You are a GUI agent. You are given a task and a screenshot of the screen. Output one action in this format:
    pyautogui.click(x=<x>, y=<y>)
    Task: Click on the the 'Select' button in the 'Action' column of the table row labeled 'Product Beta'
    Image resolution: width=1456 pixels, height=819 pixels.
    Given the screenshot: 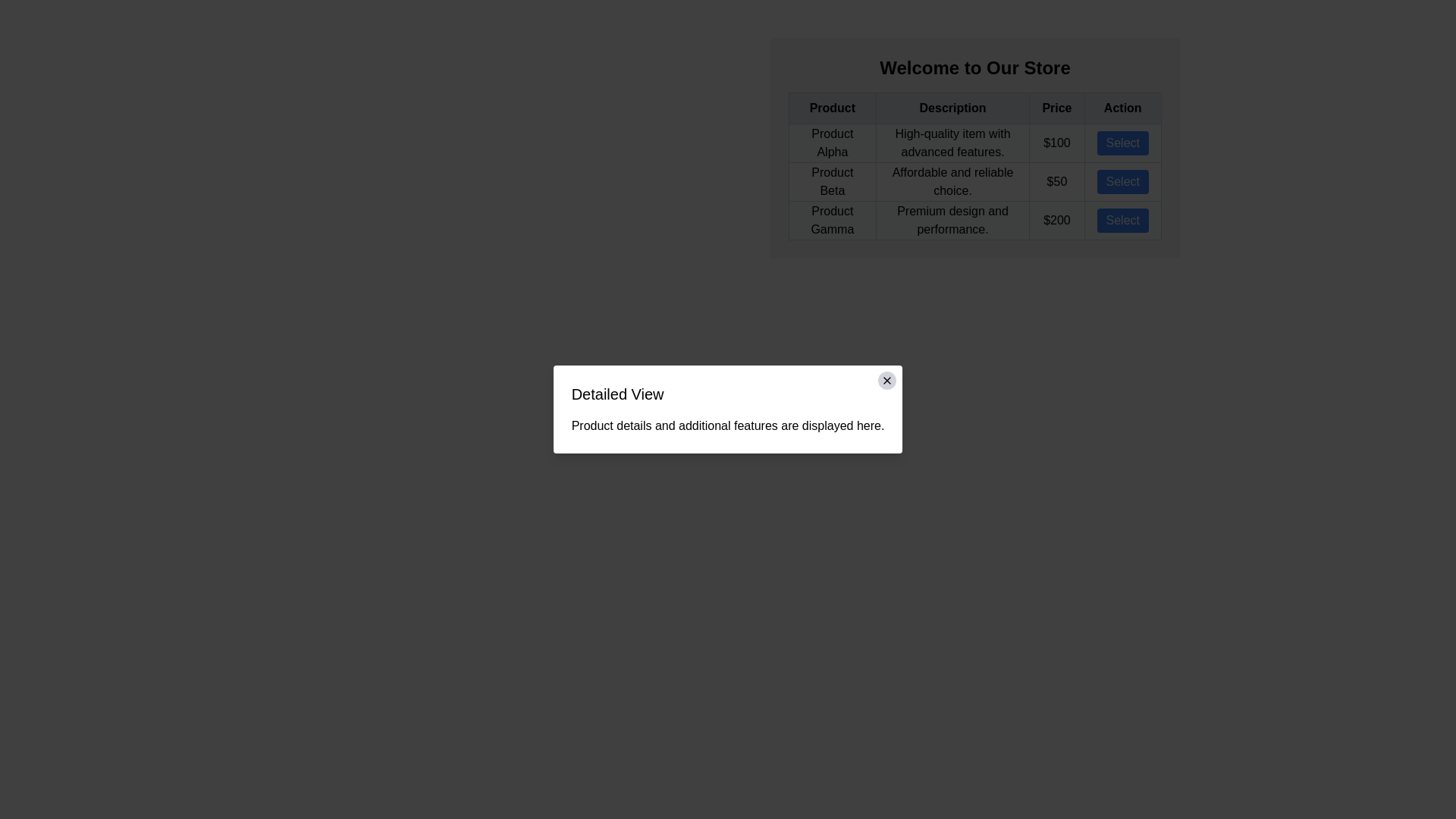 What is the action you would take?
    pyautogui.click(x=1122, y=180)
    